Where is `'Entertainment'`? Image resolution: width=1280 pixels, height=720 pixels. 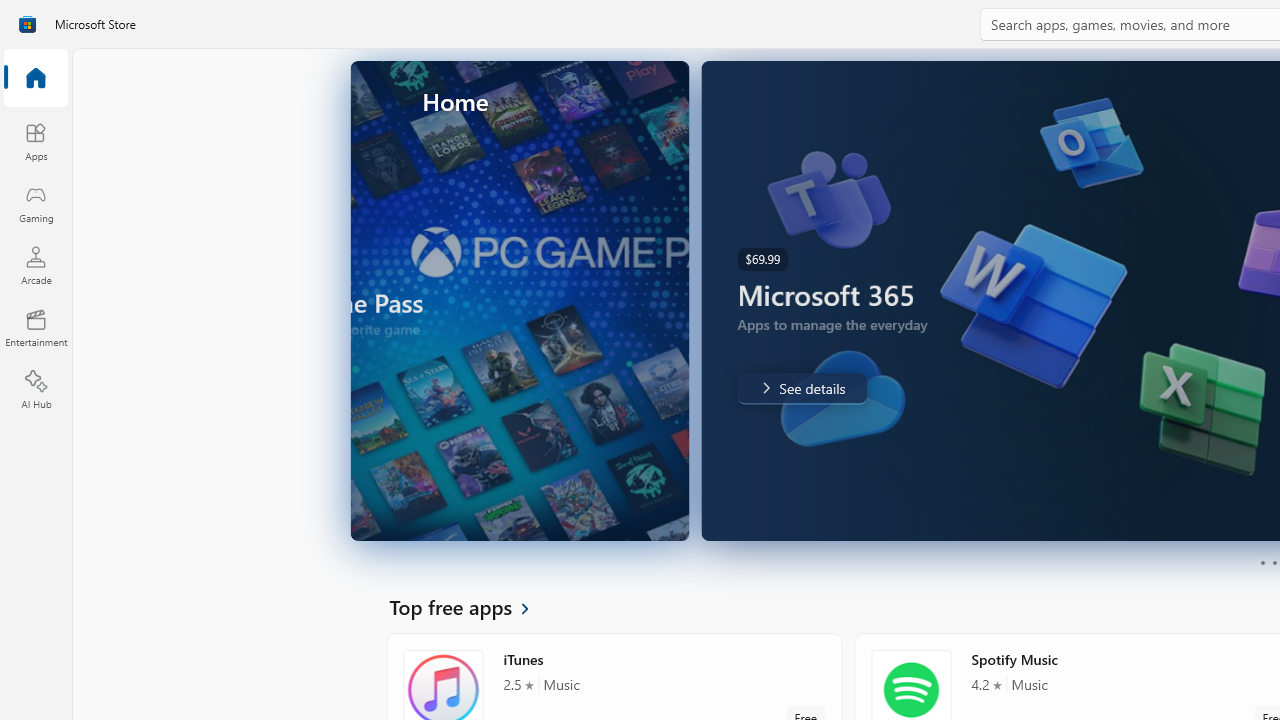
'Entertainment' is located at coordinates (35, 326).